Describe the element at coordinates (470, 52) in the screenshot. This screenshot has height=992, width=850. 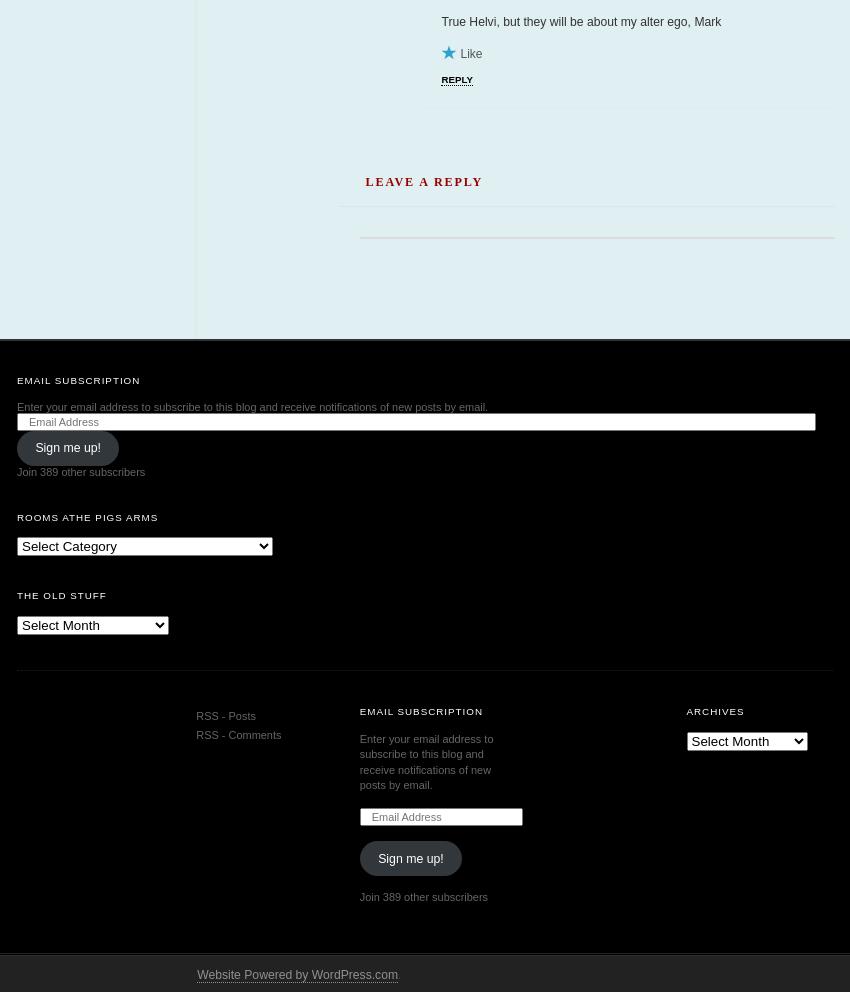
I see `'Like'` at that location.